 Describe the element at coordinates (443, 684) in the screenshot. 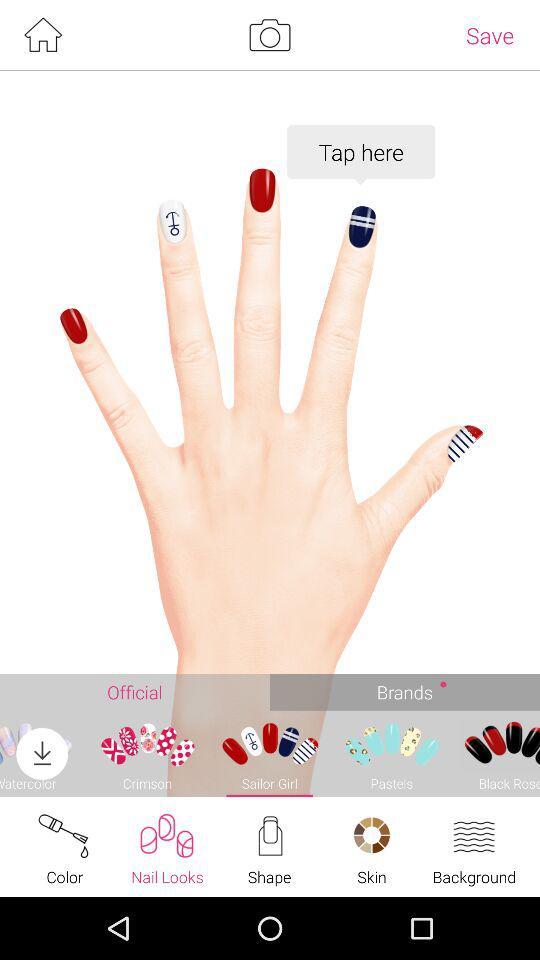

I see `dot which beside brands` at that location.